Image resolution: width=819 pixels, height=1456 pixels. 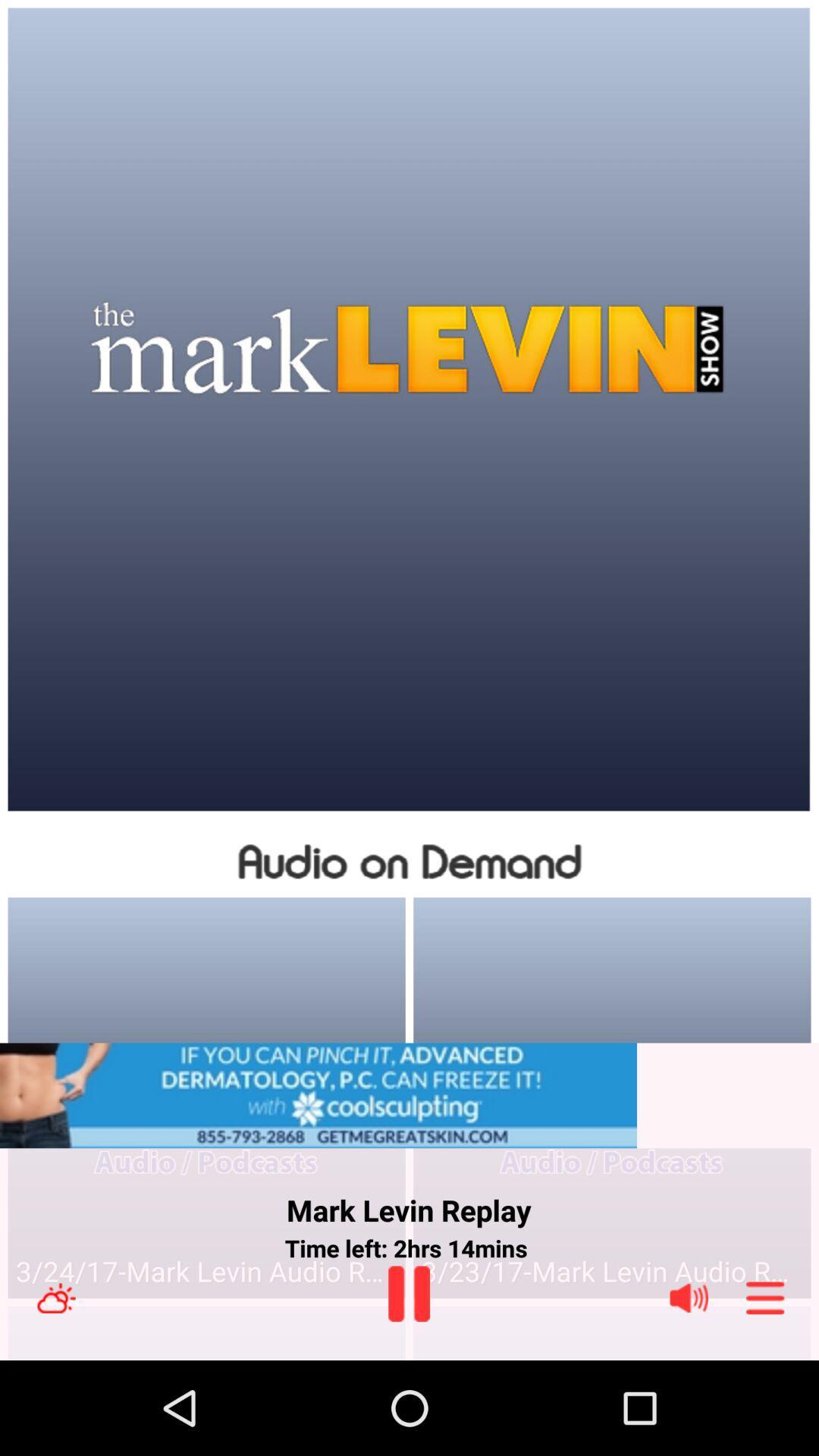 What do you see at coordinates (408, 1385) in the screenshot?
I see `the pause icon` at bounding box center [408, 1385].